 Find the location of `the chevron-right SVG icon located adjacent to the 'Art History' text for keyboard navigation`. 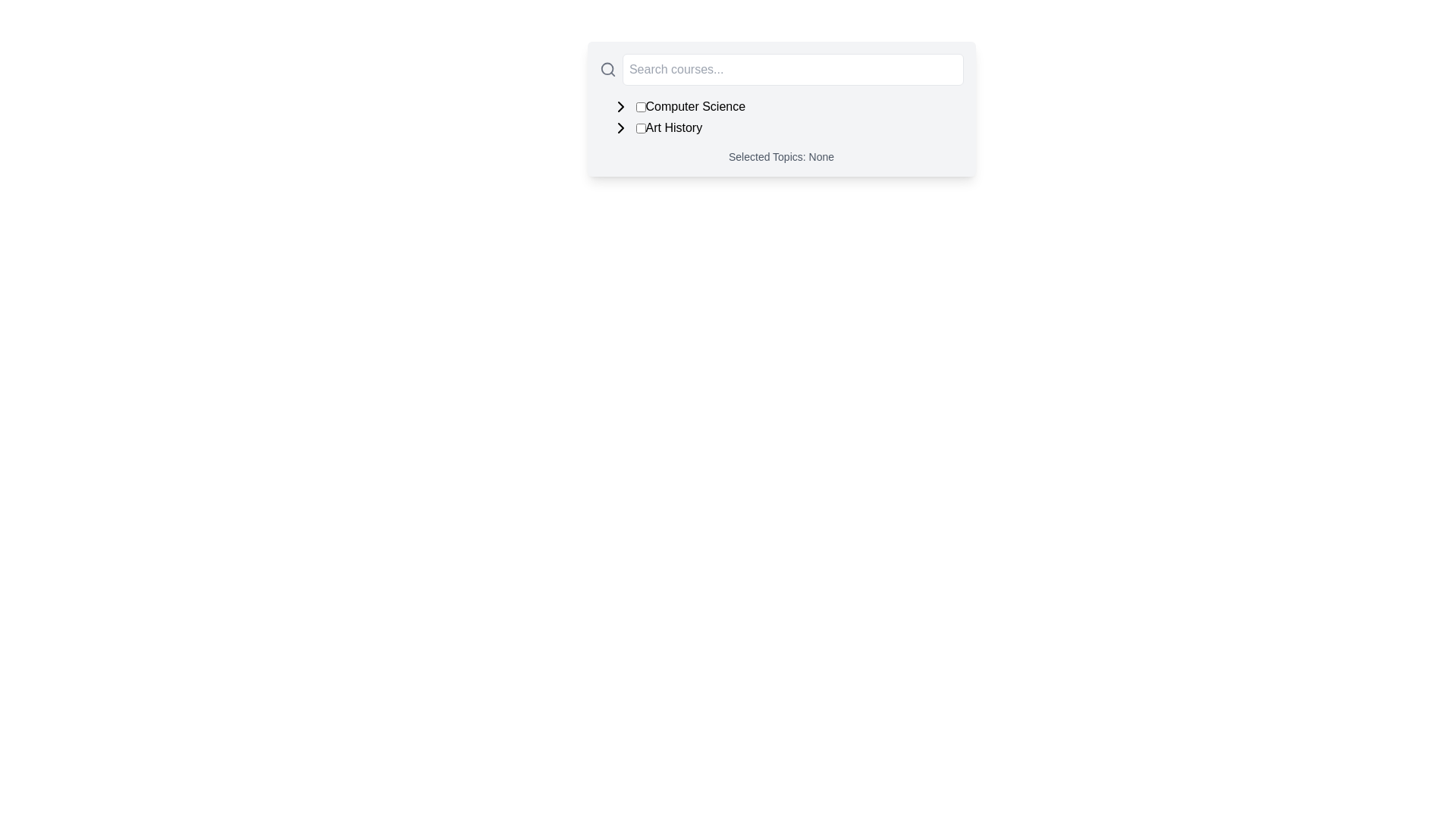

the chevron-right SVG icon located adjacent to the 'Art History' text for keyboard navigation is located at coordinates (620, 106).